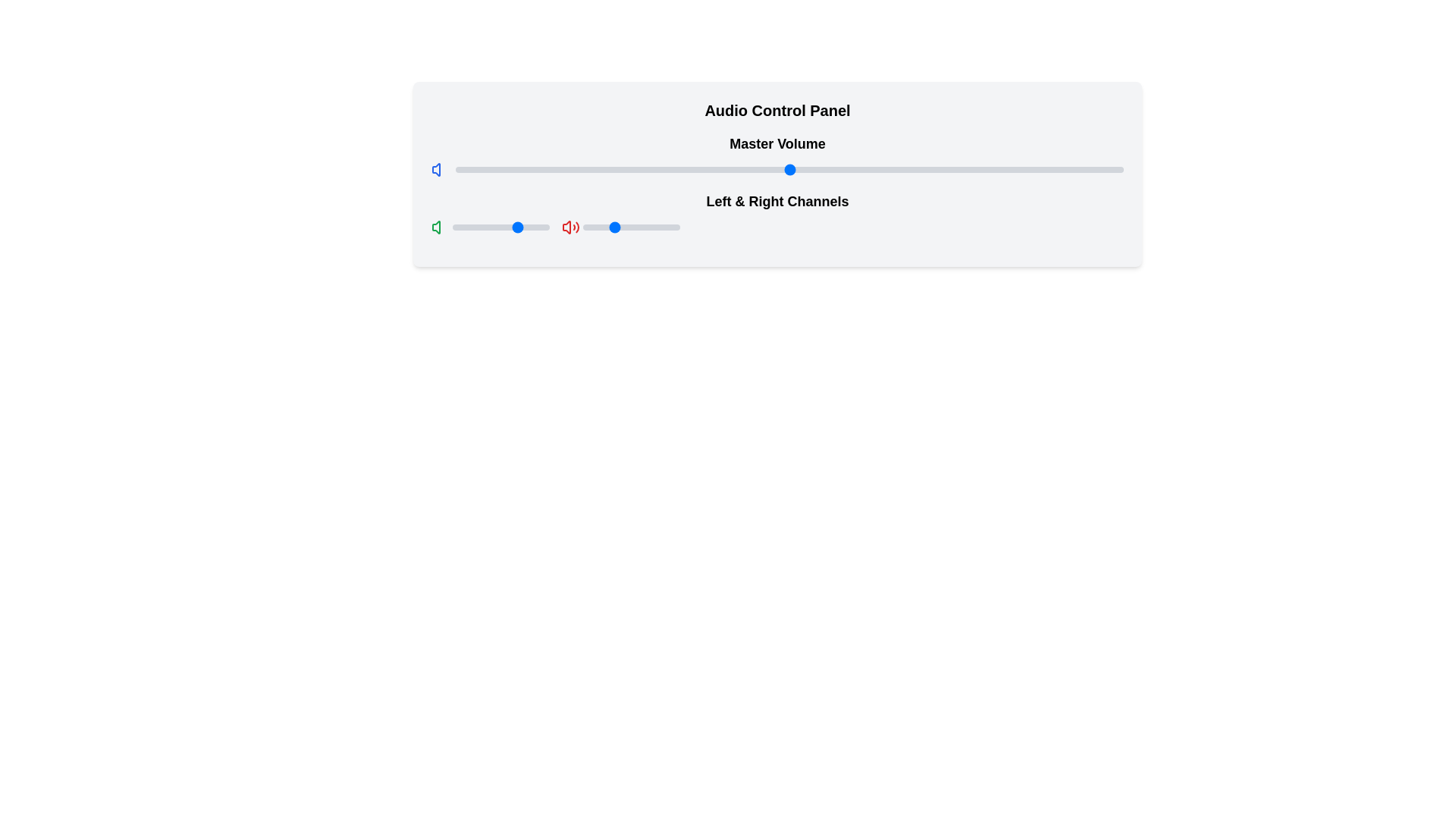 This screenshot has width=1456, height=819. Describe the element at coordinates (454, 169) in the screenshot. I see `the master volume level` at that location.